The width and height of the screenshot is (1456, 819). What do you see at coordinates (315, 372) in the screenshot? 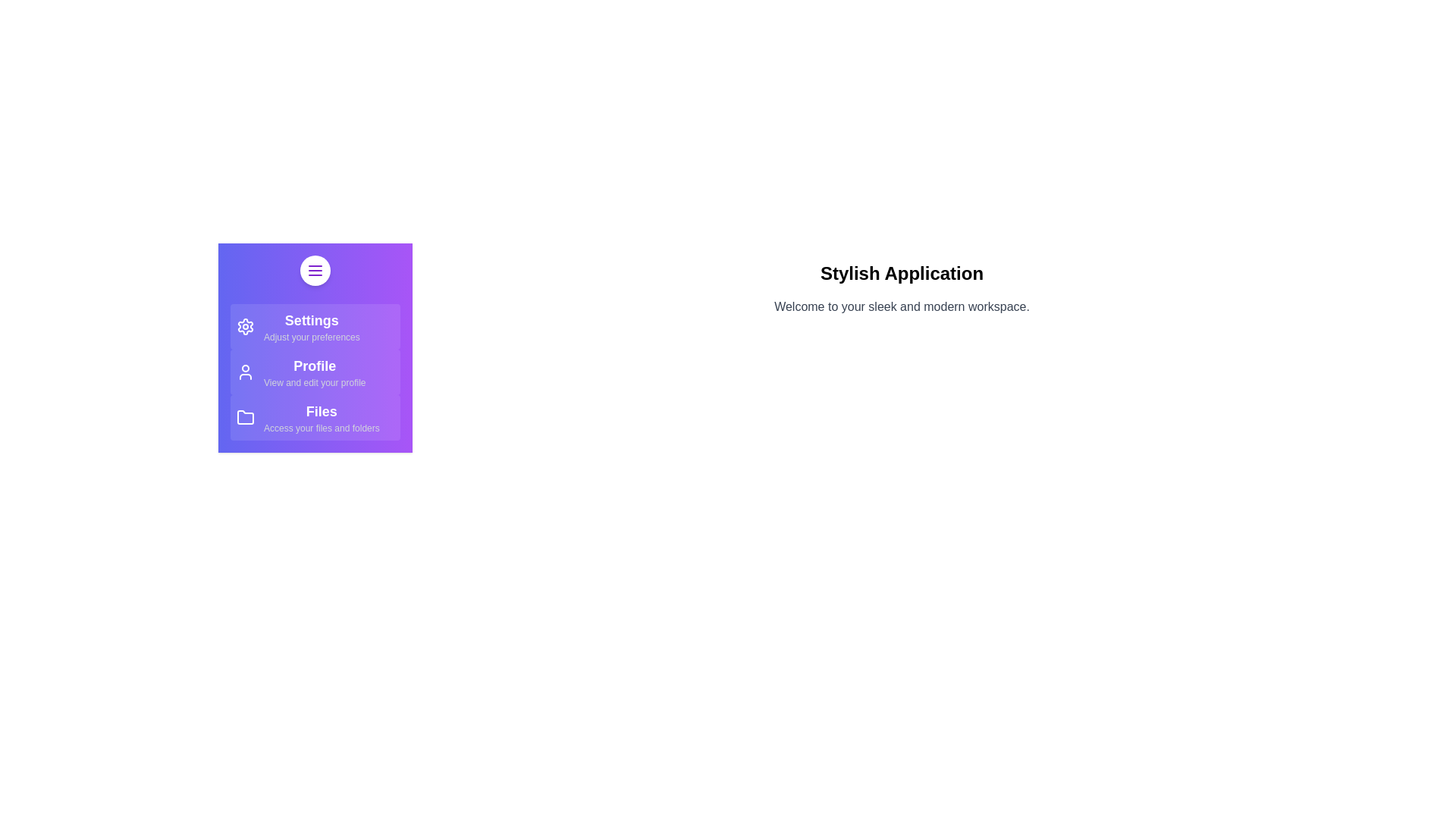
I see `the 'Profile' item in the StylishDrawer to view or edit the profile` at bounding box center [315, 372].